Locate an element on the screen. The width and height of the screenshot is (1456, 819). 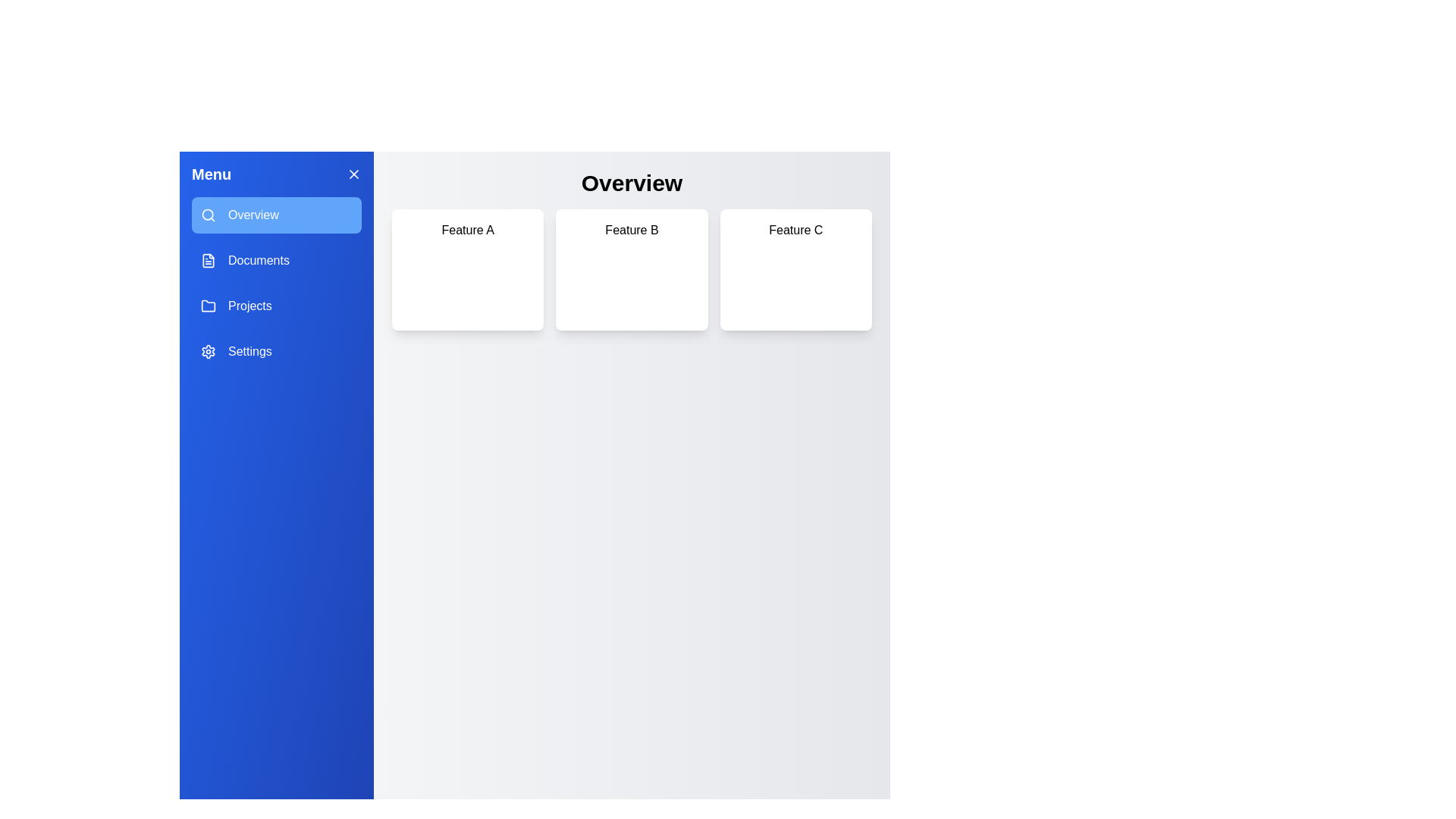
the Overview tab by clicking on its corresponding button in the drawer menu is located at coordinates (276, 215).